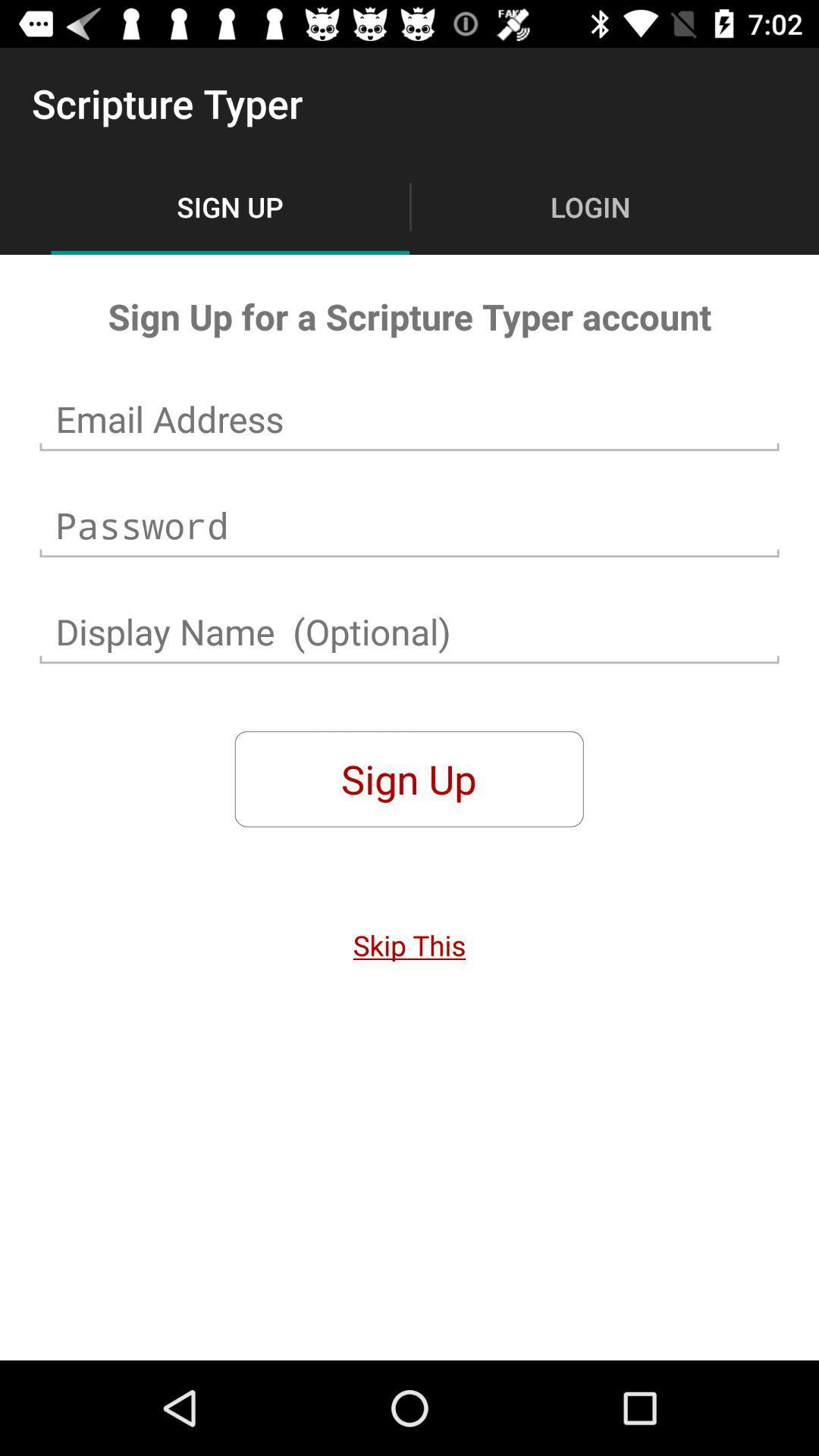 This screenshot has width=819, height=1456. I want to click on display name, so click(409, 632).